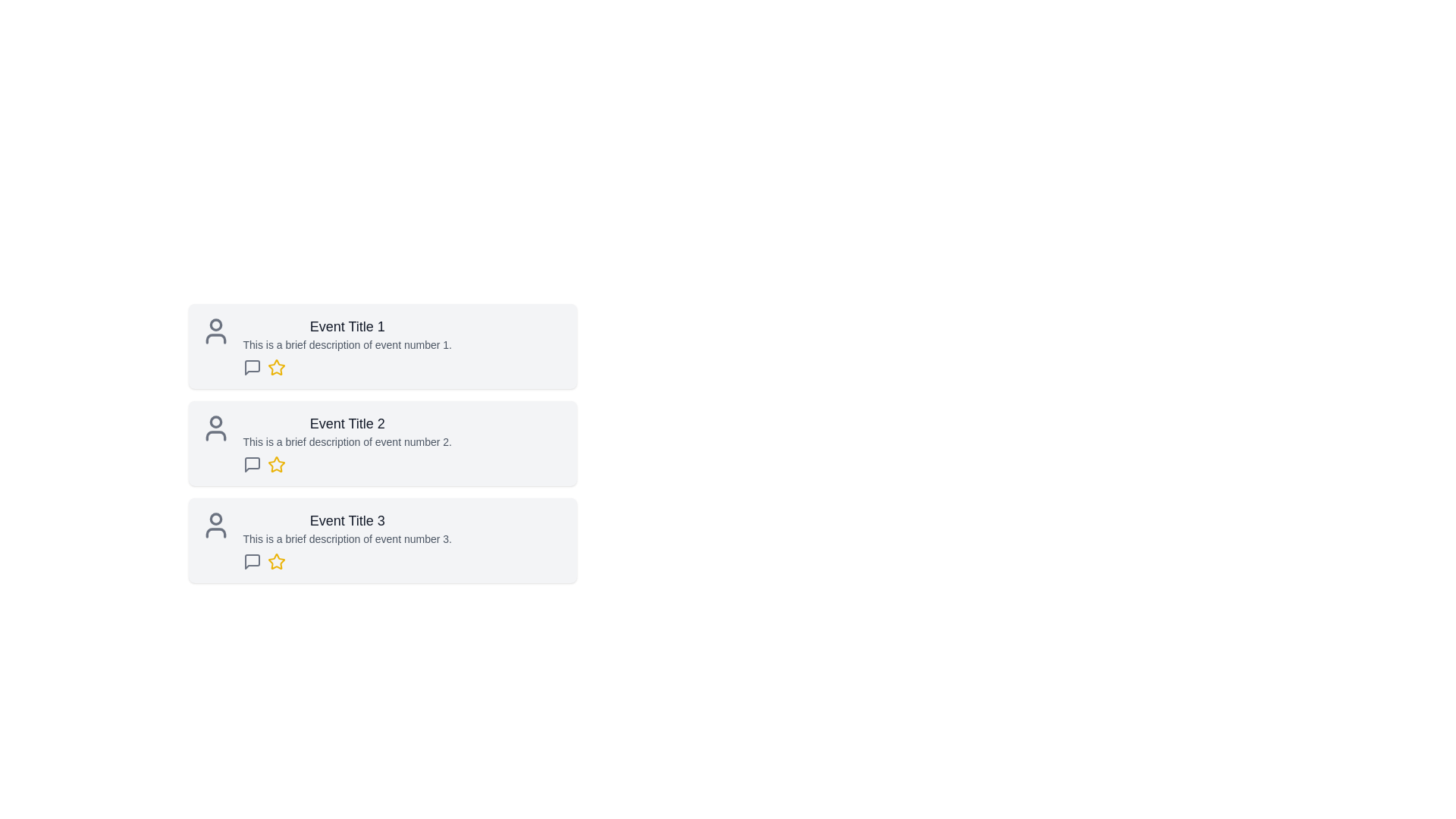 The width and height of the screenshot is (1456, 819). I want to click on the second Descriptive Card in the vertical list of events, so click(382, 444).